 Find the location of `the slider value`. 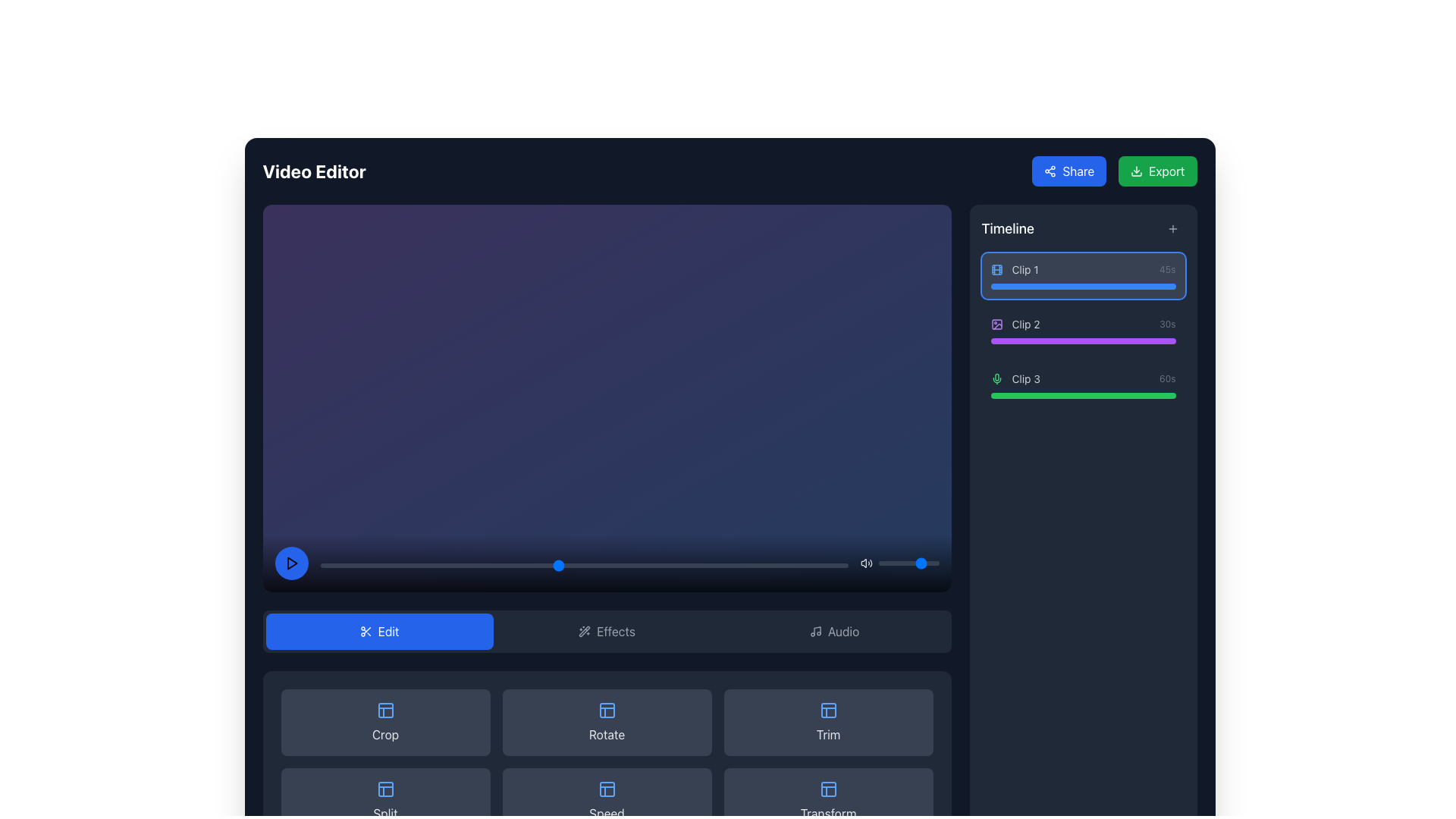

the slider value is located at coordinates (885, 563).